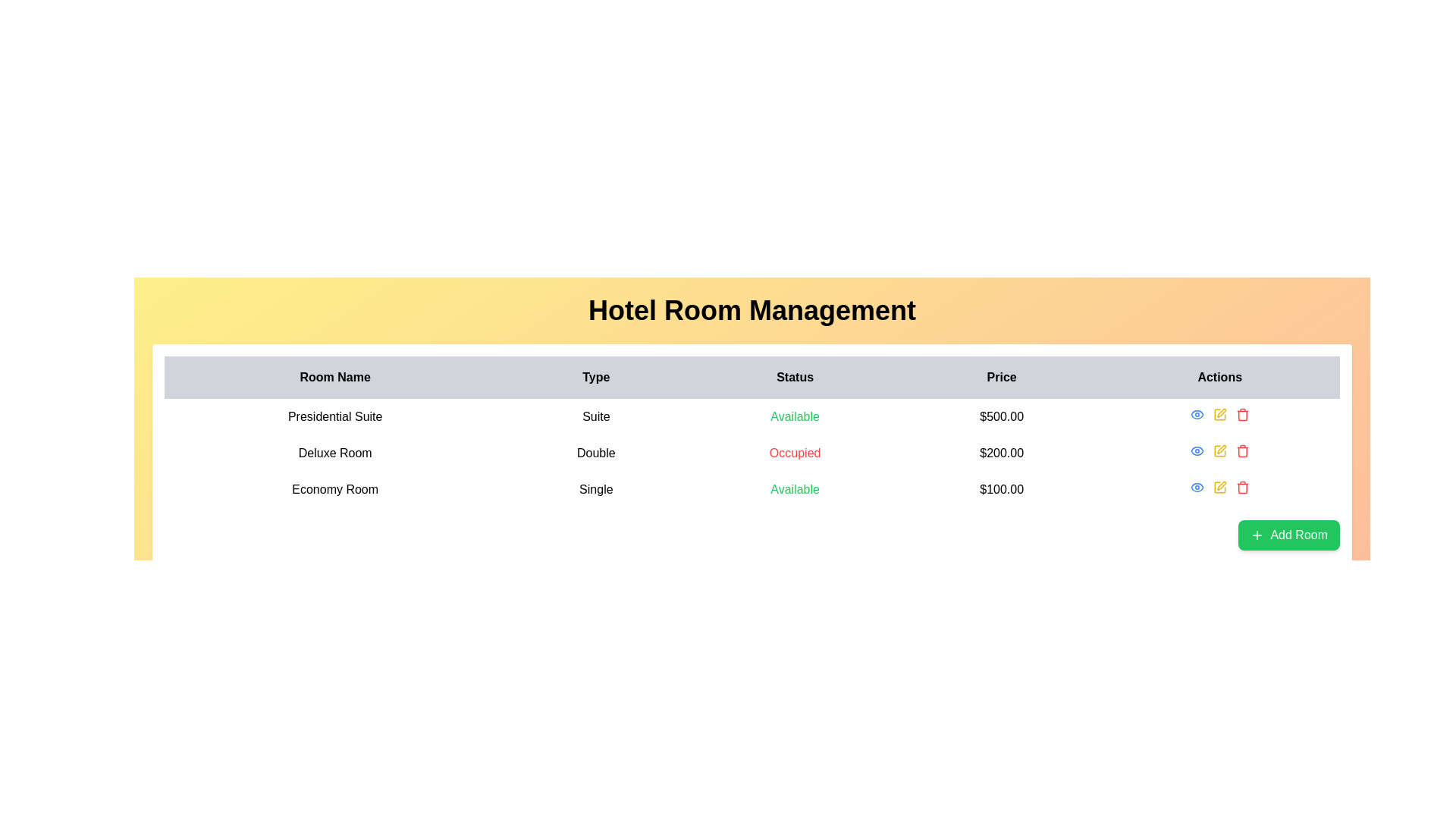 The height and width of the screenshot is (819, 1456). What do you see at coordinates (1196, 488) in the screenshot?
I see `the 'View' icon button for the 'Economy Room' in the Actions column for keyboard navigation` at bounding box center [1196, 488].